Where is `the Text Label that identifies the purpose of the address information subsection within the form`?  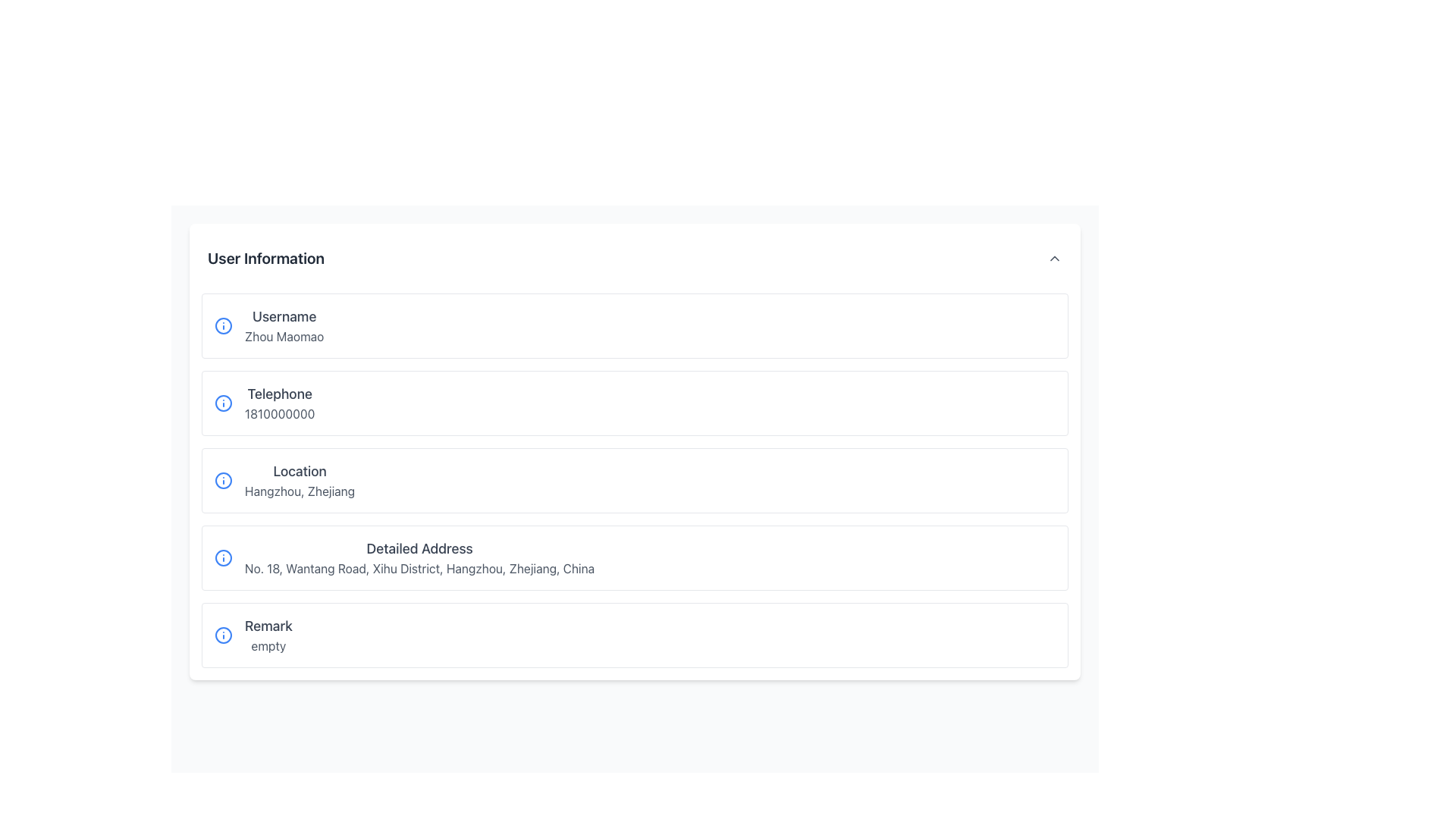
the Text Label that identifies the purpose of the address information subsection within the form is located at coordinates (419, 549).